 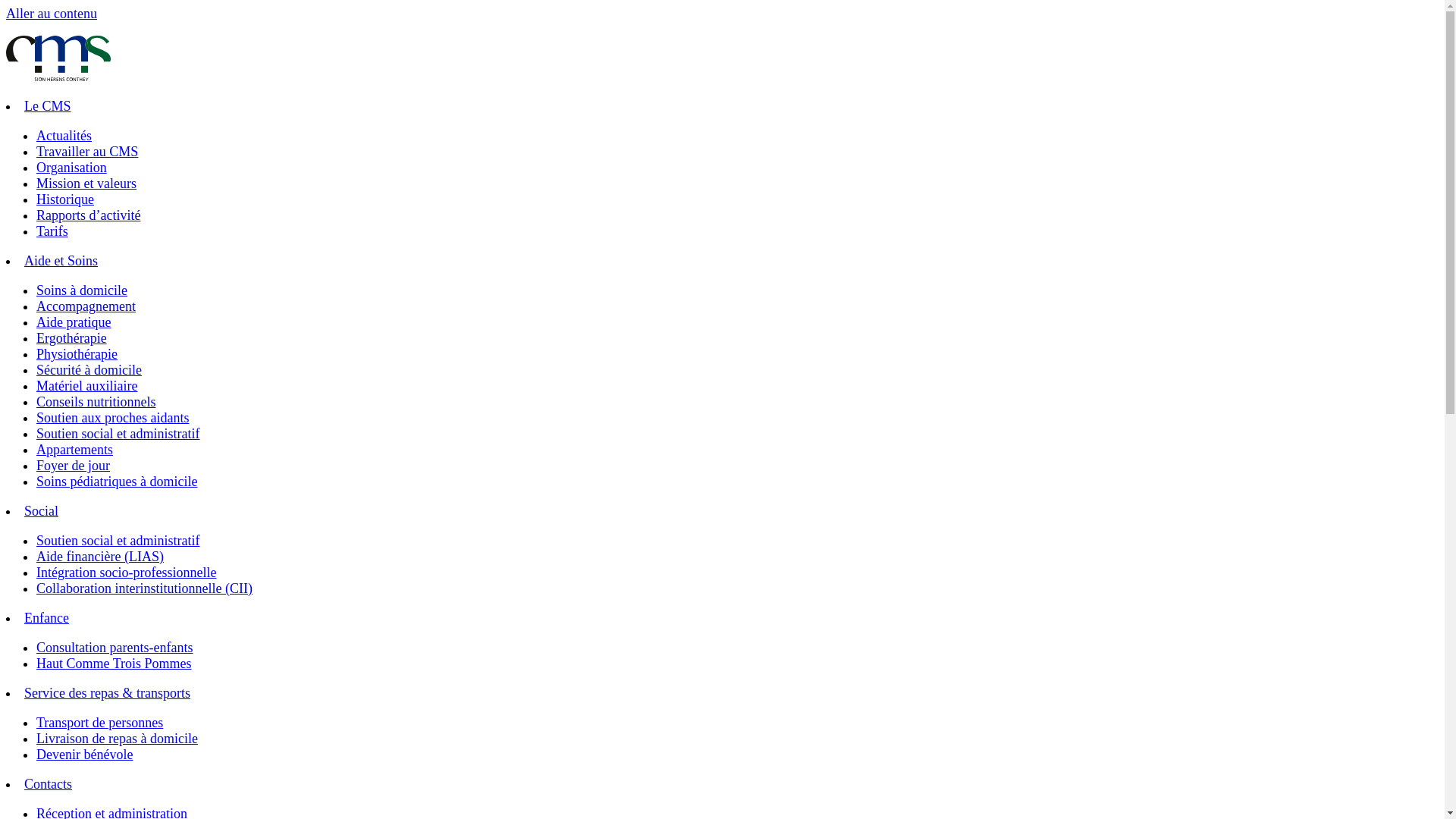 I want to click on 'Consultation parents-enfants', so click(x=113, y=647).